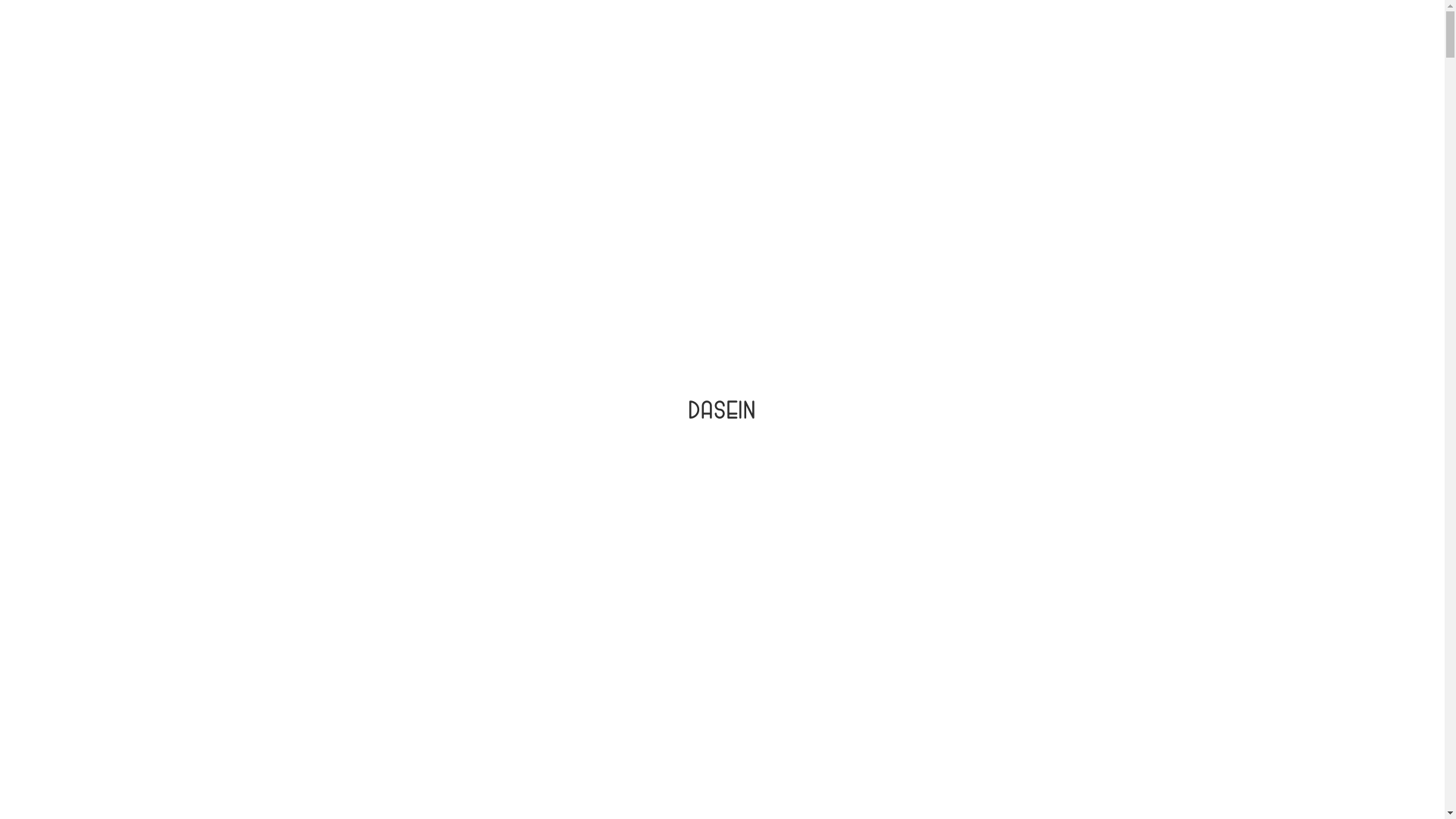  I want to click on 'PRODUCTS', so click(706, 55).